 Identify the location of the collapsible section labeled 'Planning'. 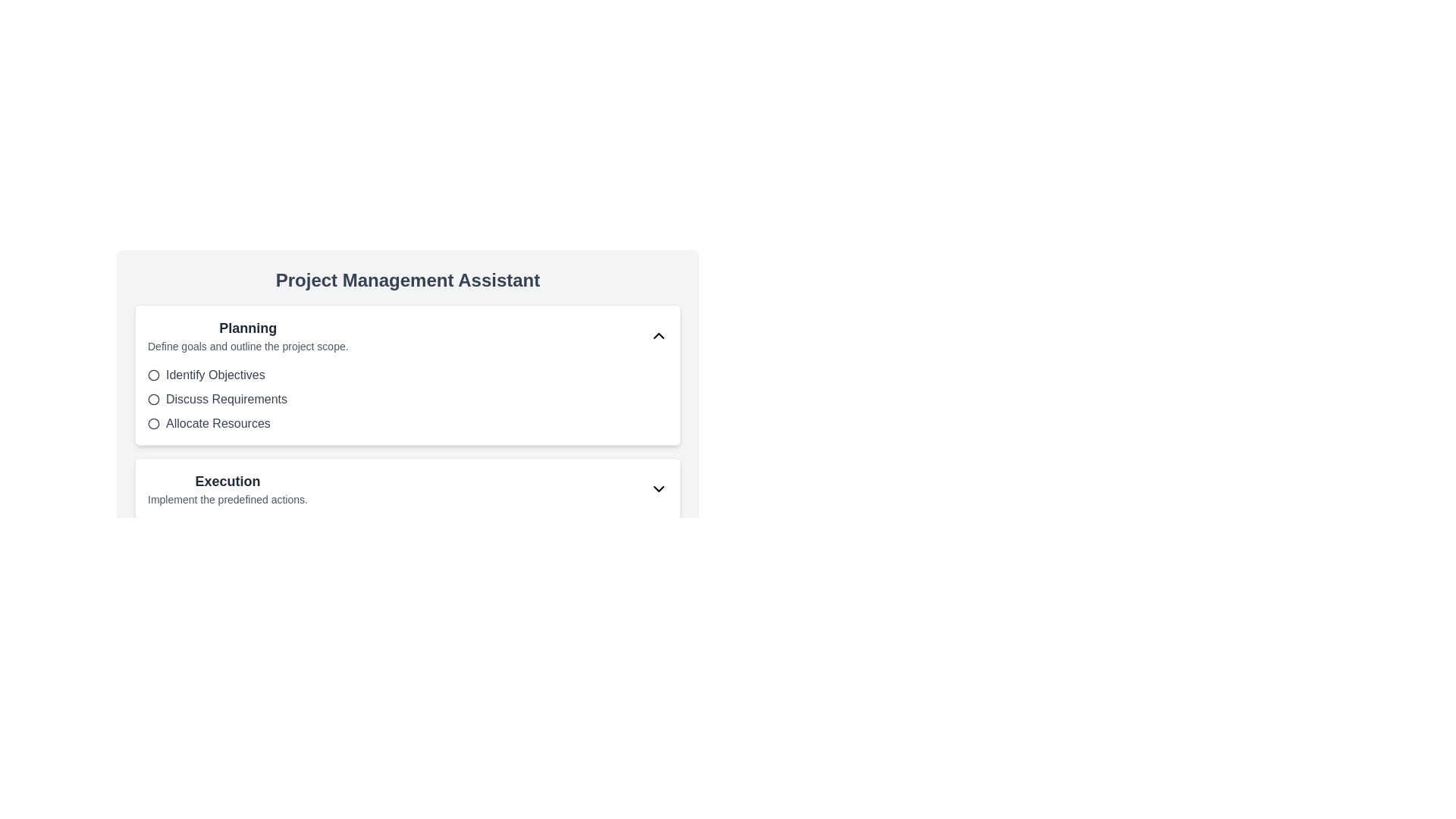
(407, 374).